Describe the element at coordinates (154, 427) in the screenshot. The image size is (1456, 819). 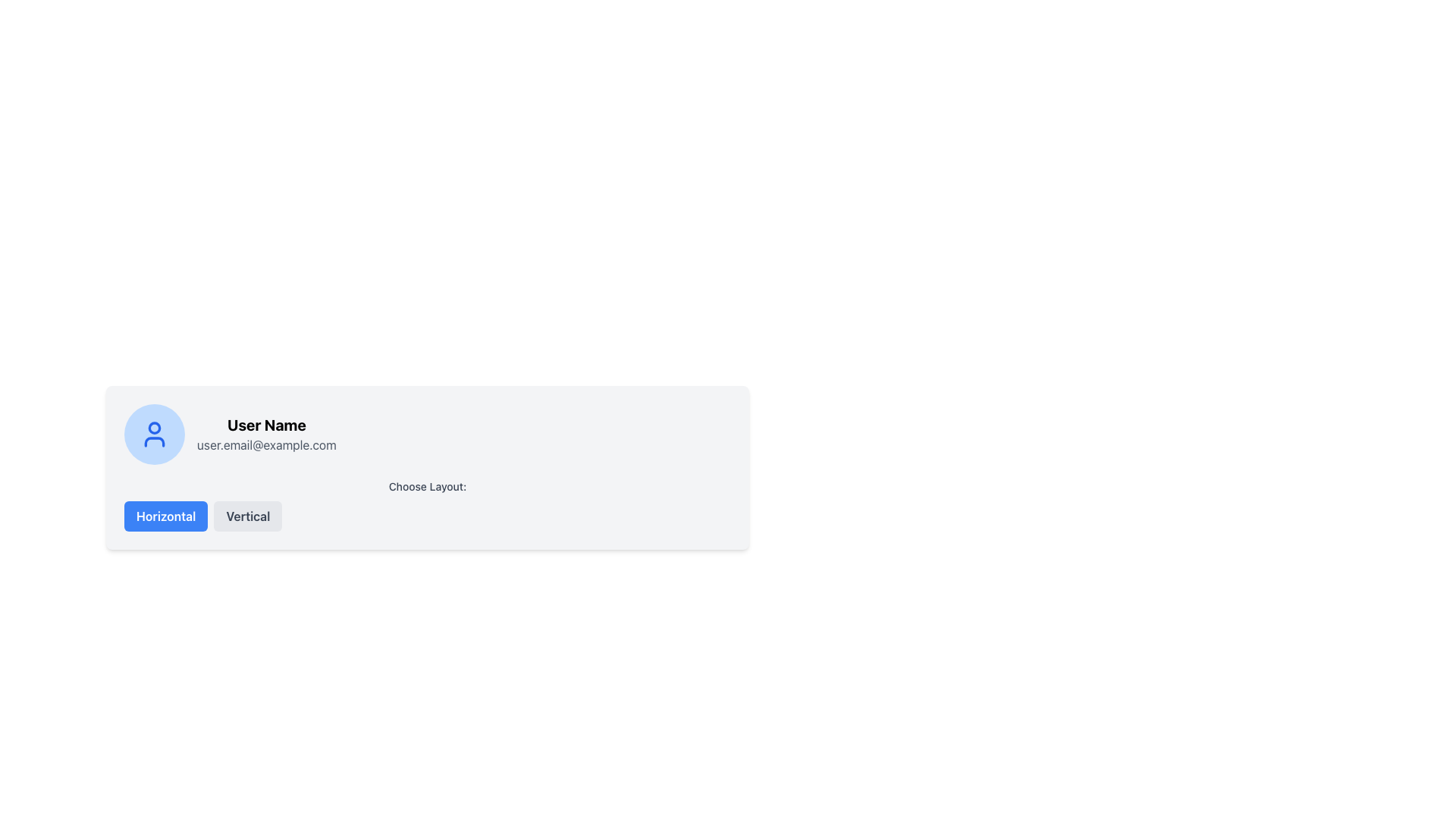
I see `the circle element that represents a user profile, located at the top of the user profile icon` at that location.